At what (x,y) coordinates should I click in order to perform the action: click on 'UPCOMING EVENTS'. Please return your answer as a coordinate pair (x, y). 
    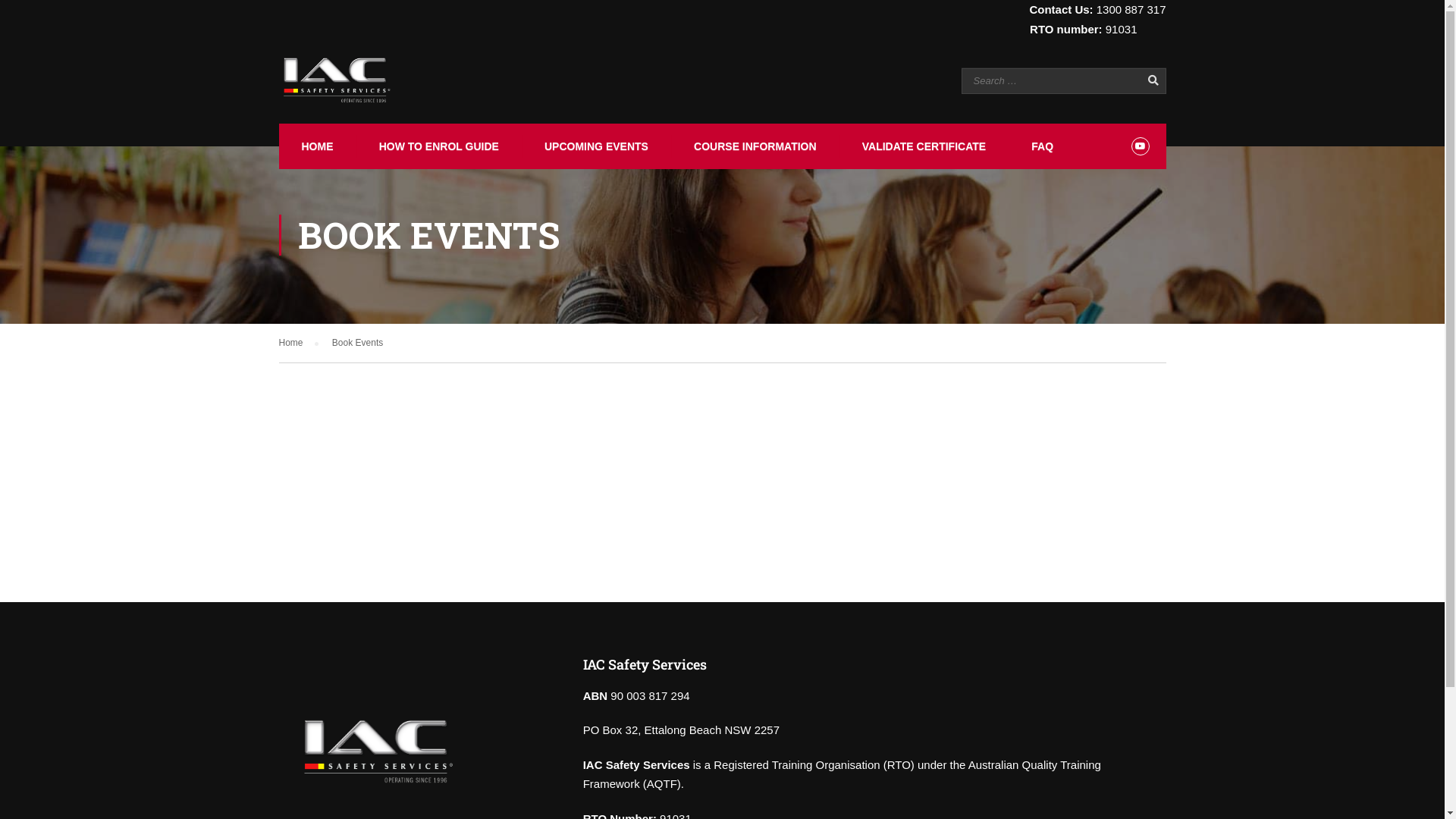
    Looking at the image, I should click on (594, 146).